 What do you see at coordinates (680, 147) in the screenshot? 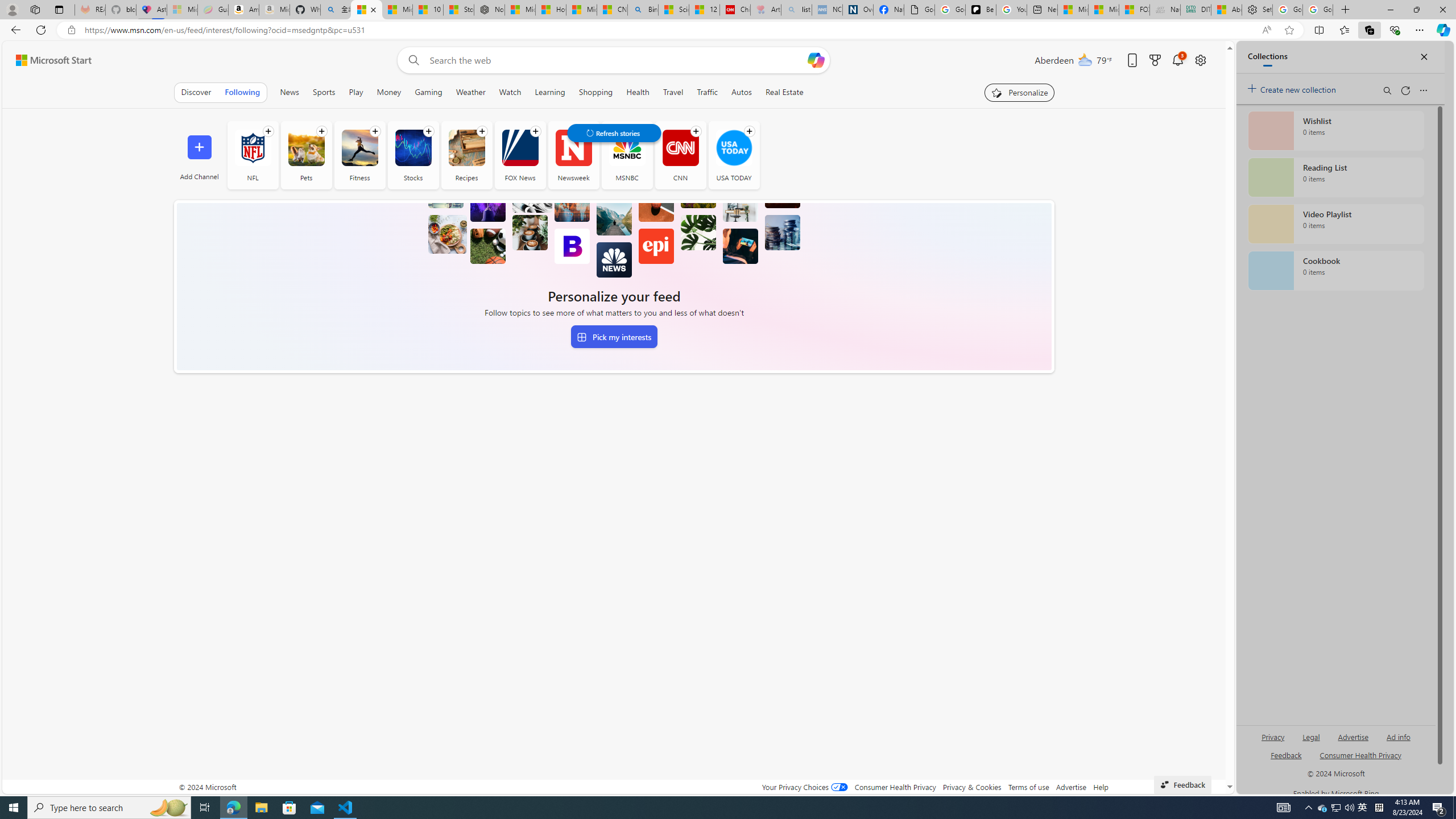
I see `'CNN'` at bounding box center [680, 147].